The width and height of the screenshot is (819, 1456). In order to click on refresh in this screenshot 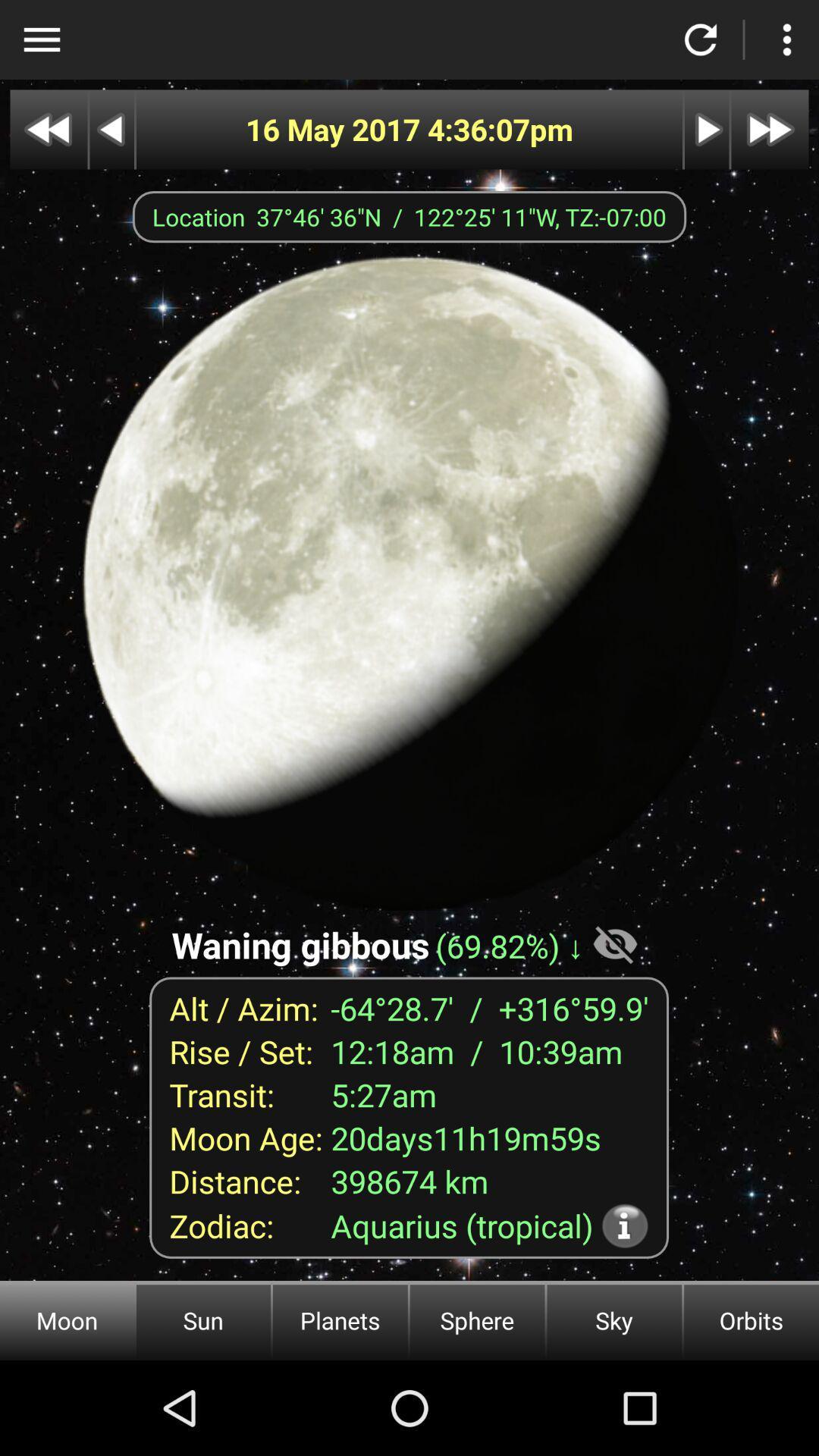, I will do `click(701, 39)`.